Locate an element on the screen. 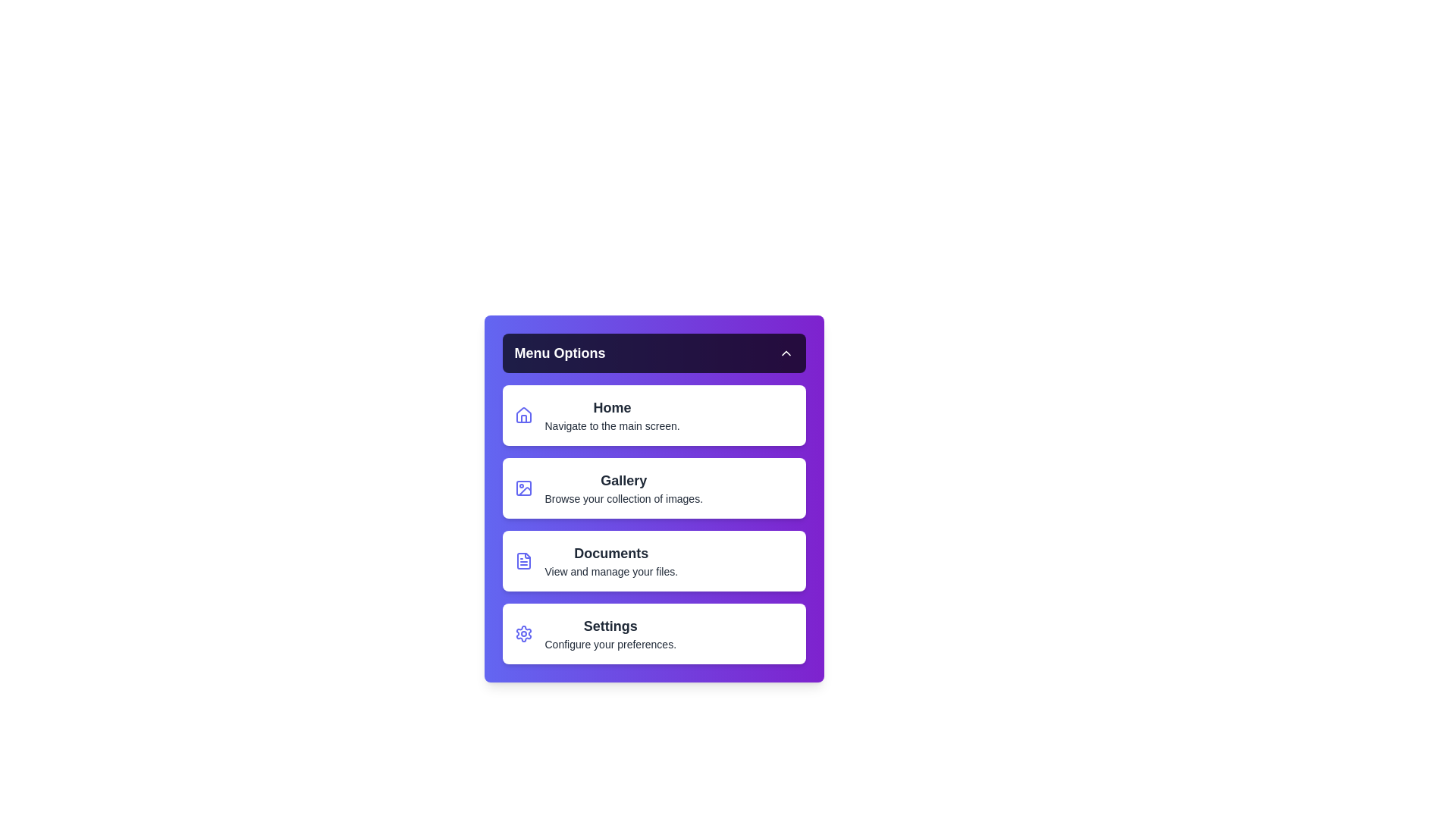  the menu item labeled Gallery is located at coordinates (654, 488).